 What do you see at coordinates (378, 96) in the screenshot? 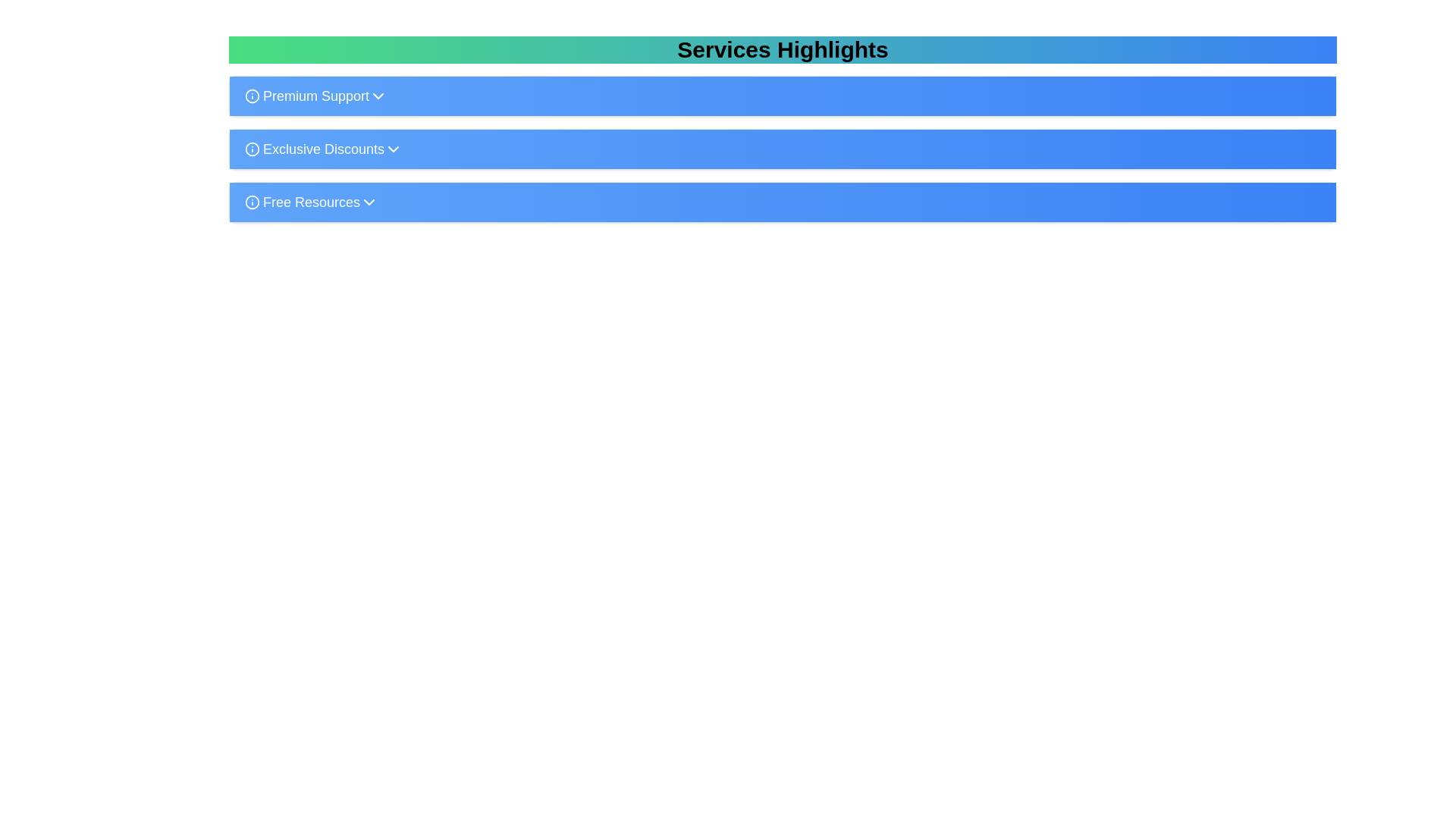
I see `the chevron icon at the far right of the 'Premium Support' button` at bounding box center [378, 96].